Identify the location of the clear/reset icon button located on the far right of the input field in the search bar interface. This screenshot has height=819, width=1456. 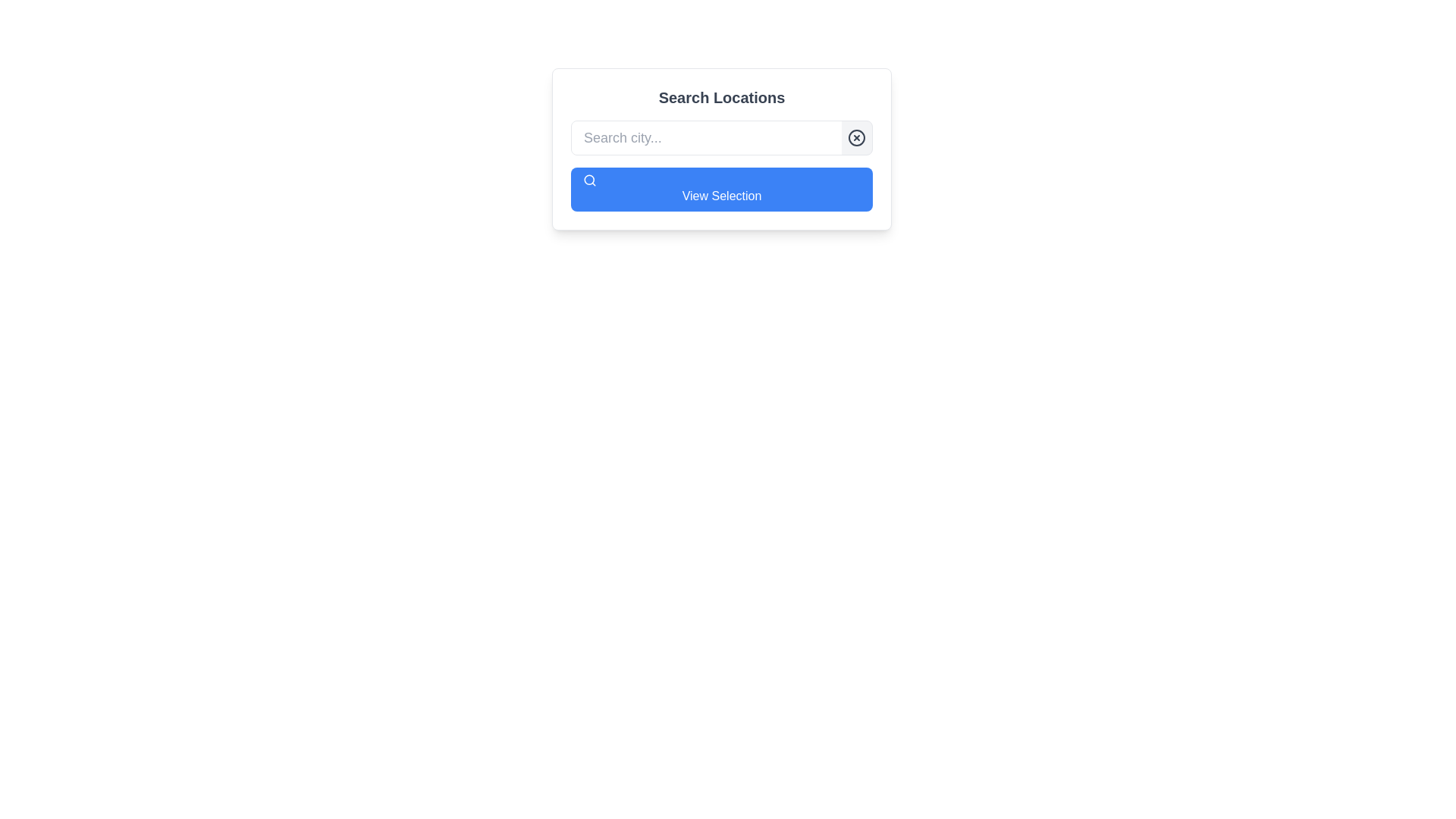
(856, 137).